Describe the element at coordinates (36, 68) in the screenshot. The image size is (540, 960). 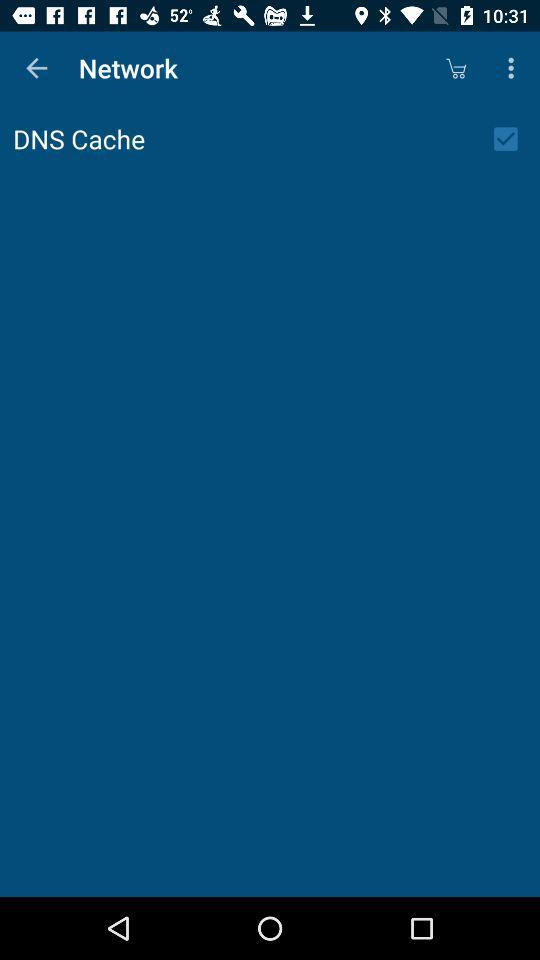
I see `item above the dns cache` at that location.